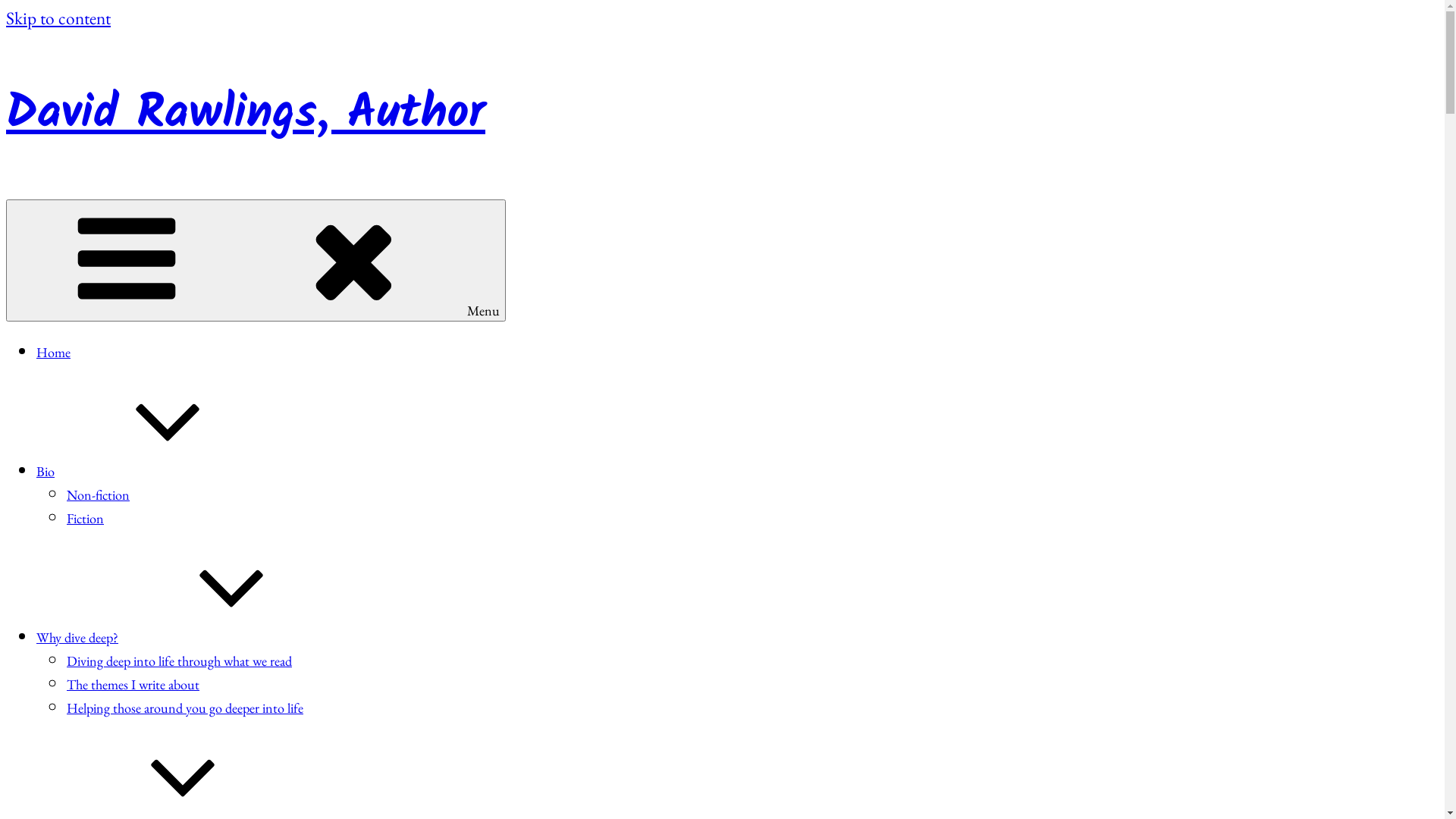  Describe the element at coordinates (58, 17) in the screenshot. I see `'Skip to content'` at that location.